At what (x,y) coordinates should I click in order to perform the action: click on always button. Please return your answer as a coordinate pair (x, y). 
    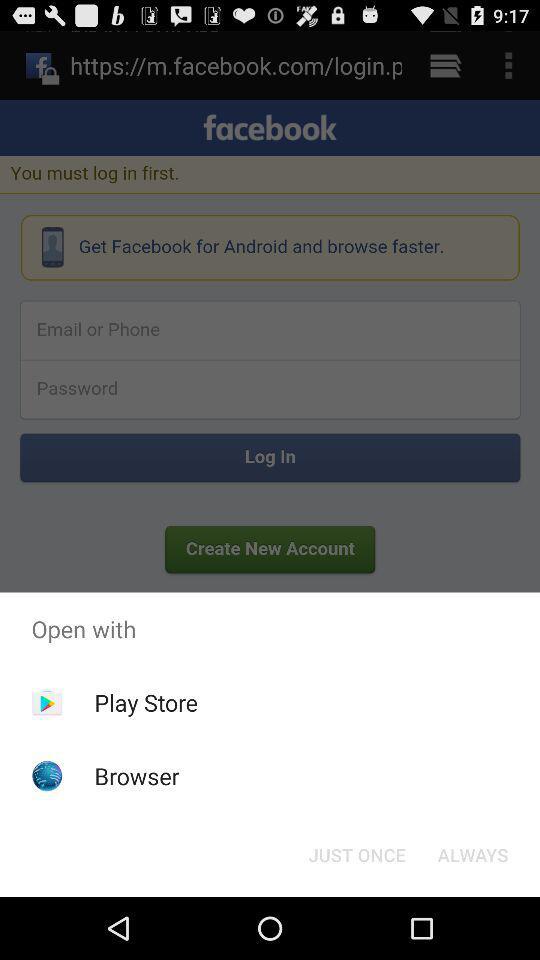
    Looking at the image, I should click on (472, 853).